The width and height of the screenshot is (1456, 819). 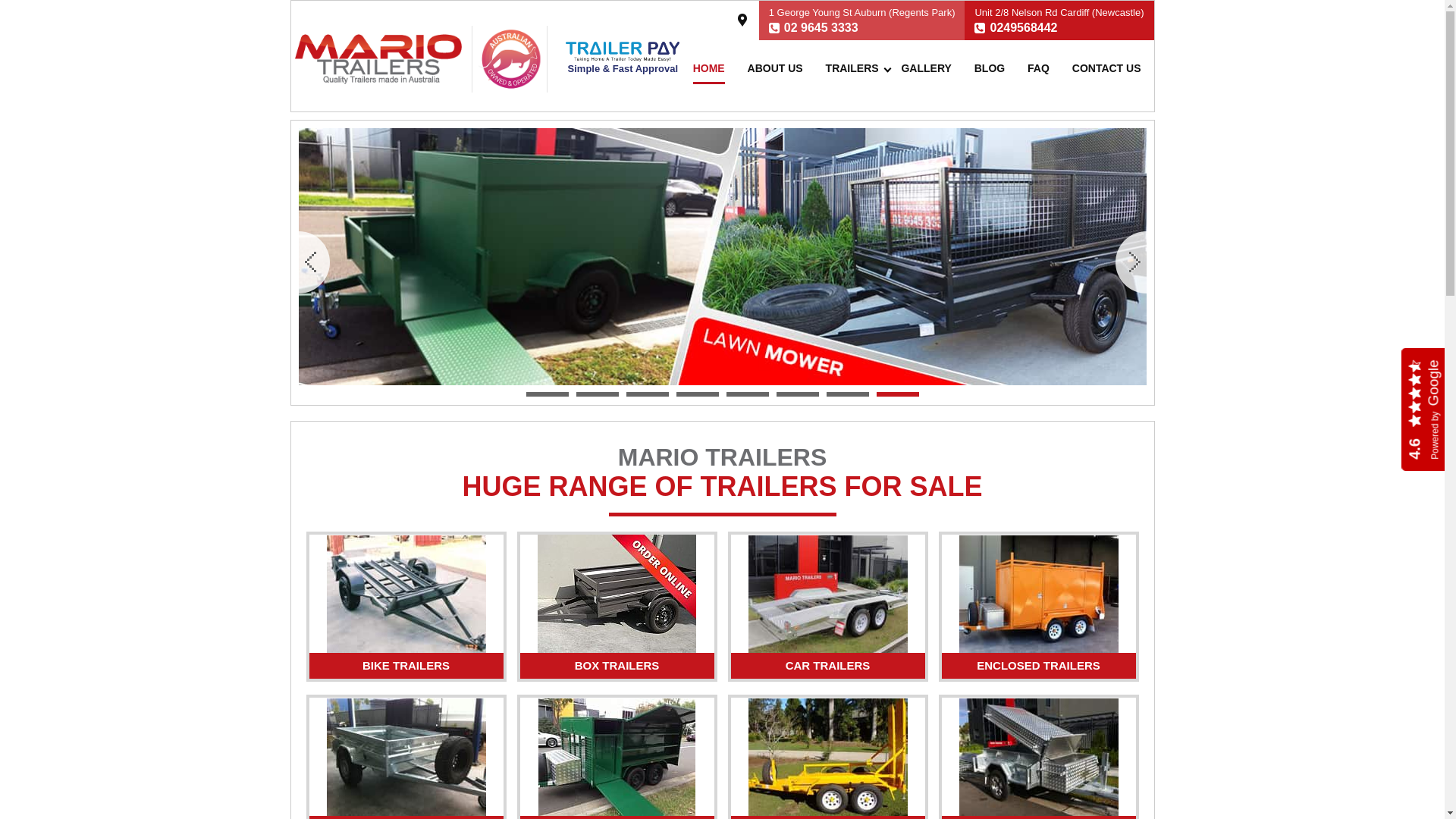 What do you see at coordinates (405, 757) in the screenshot?
I see `'Galvanised Trailers'` at bounding box center [405, 757].